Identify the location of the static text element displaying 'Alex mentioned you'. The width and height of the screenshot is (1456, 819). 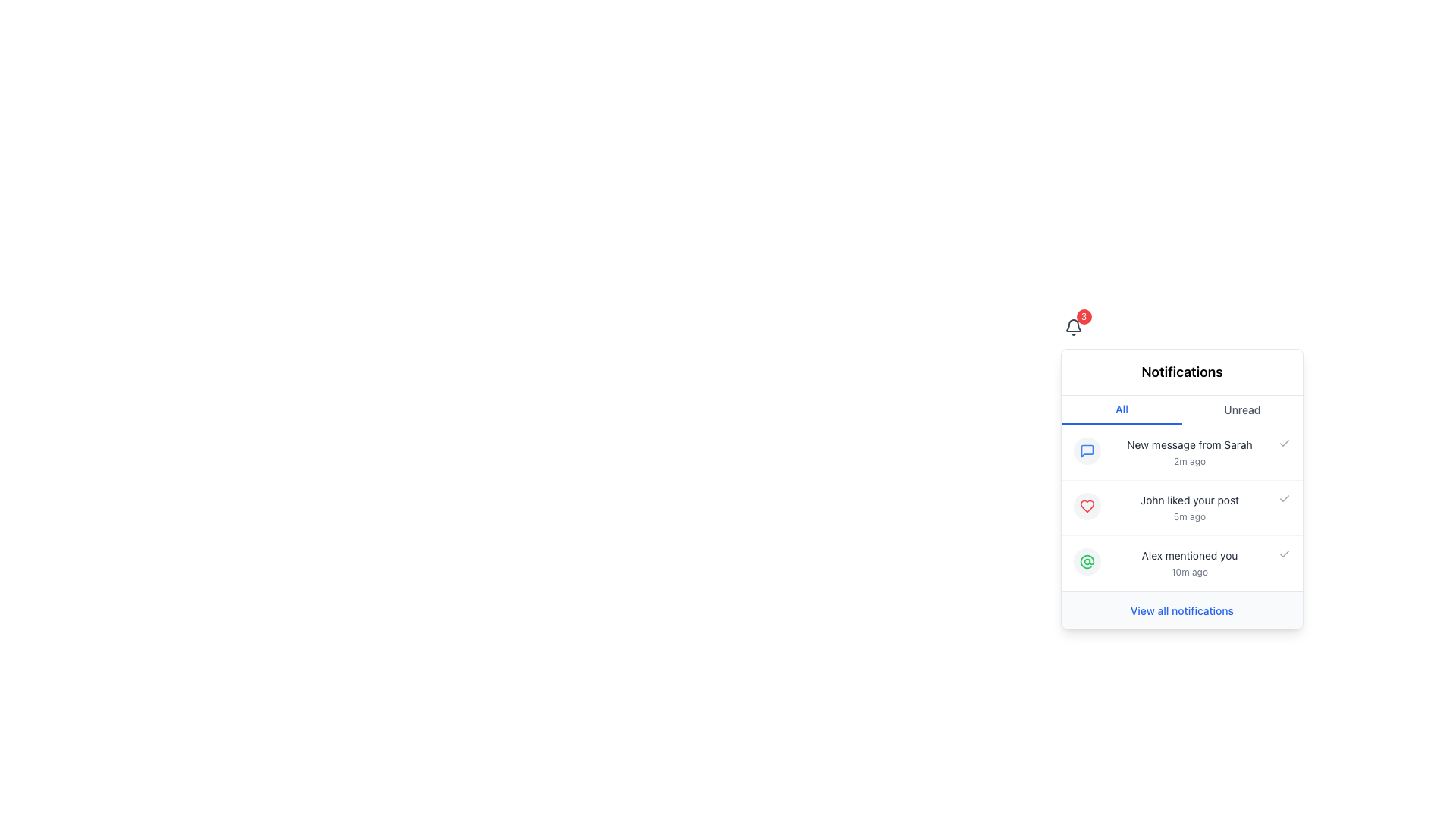
(1189, 555).